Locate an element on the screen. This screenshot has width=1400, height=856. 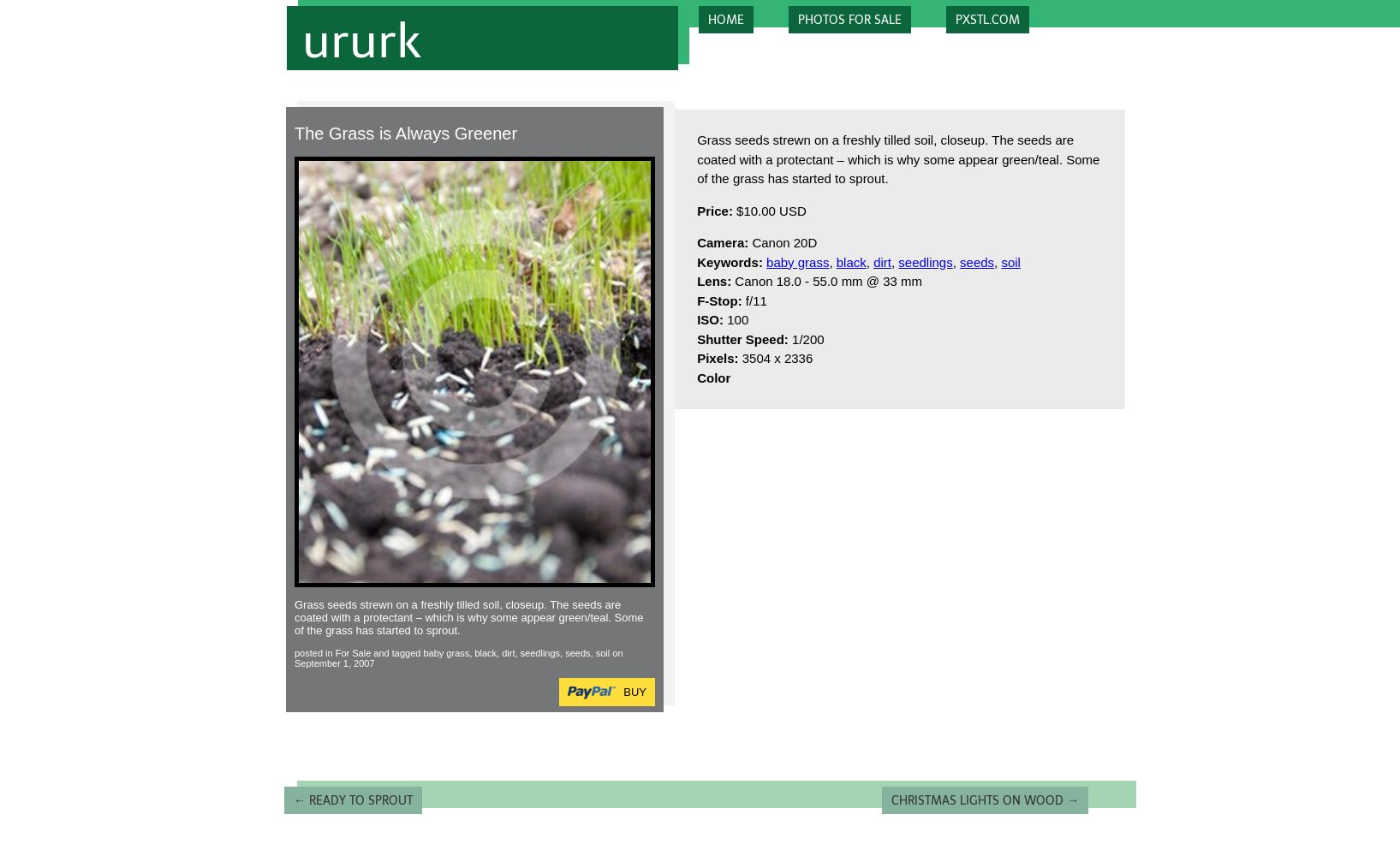
'ISO:' is located at coordinates (710, 318).